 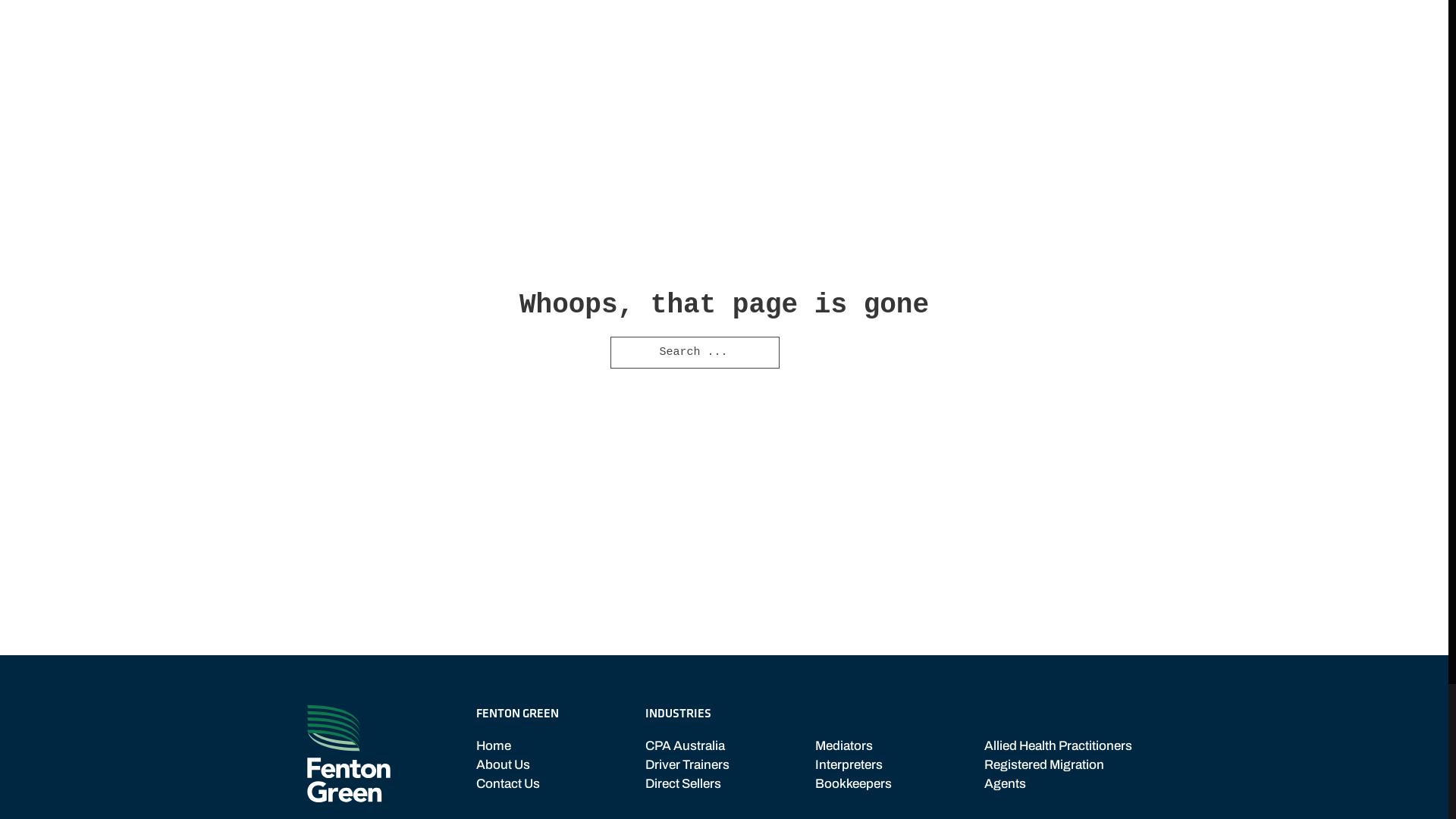 What do you see at coordinates (508, 745) in the screenshot?
I see `'Home'` at bounding box center [508, 745].